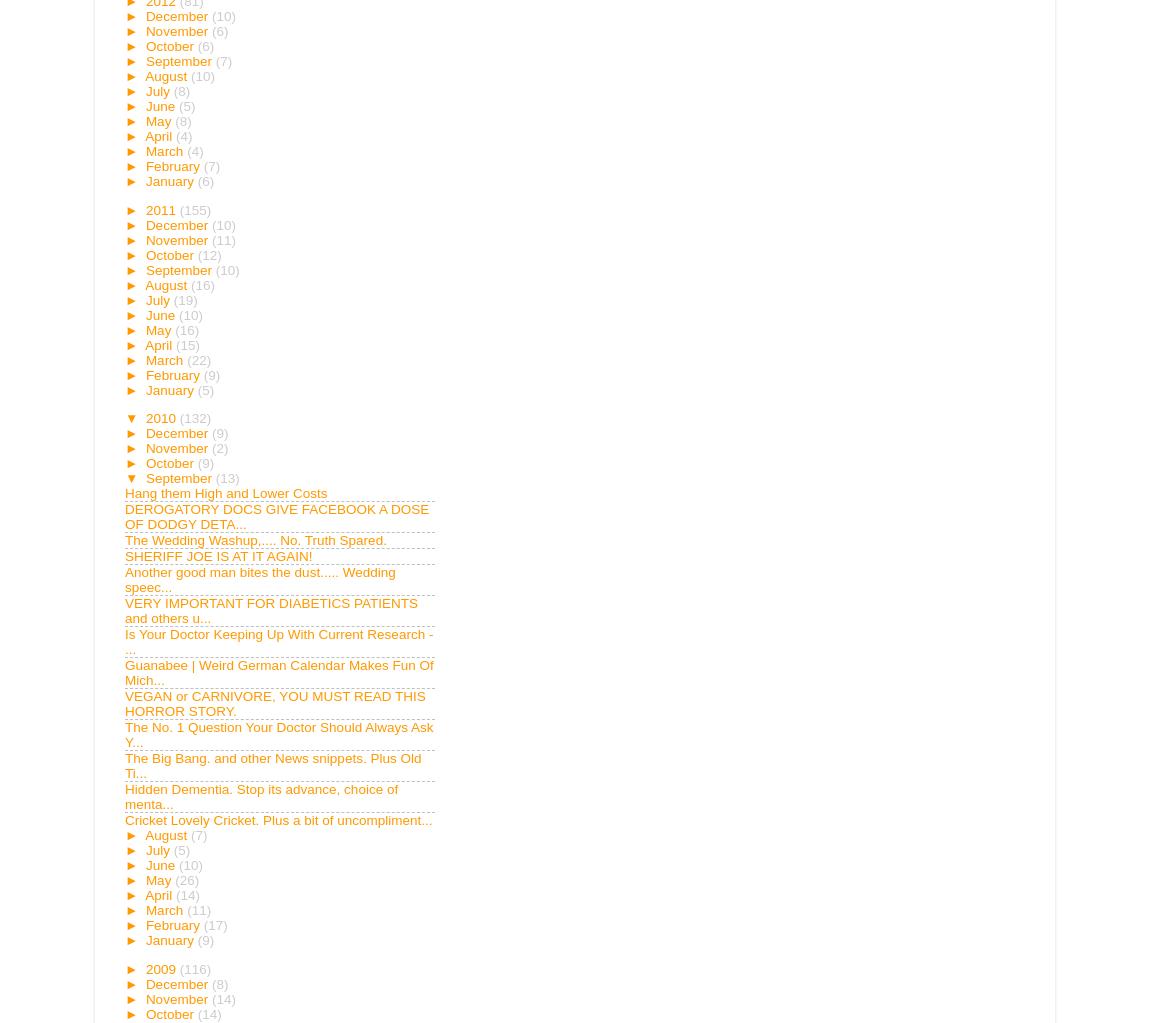  Describe the element at coordinates (214, 924) in the screenshot. I see `'(17)'` at that location.